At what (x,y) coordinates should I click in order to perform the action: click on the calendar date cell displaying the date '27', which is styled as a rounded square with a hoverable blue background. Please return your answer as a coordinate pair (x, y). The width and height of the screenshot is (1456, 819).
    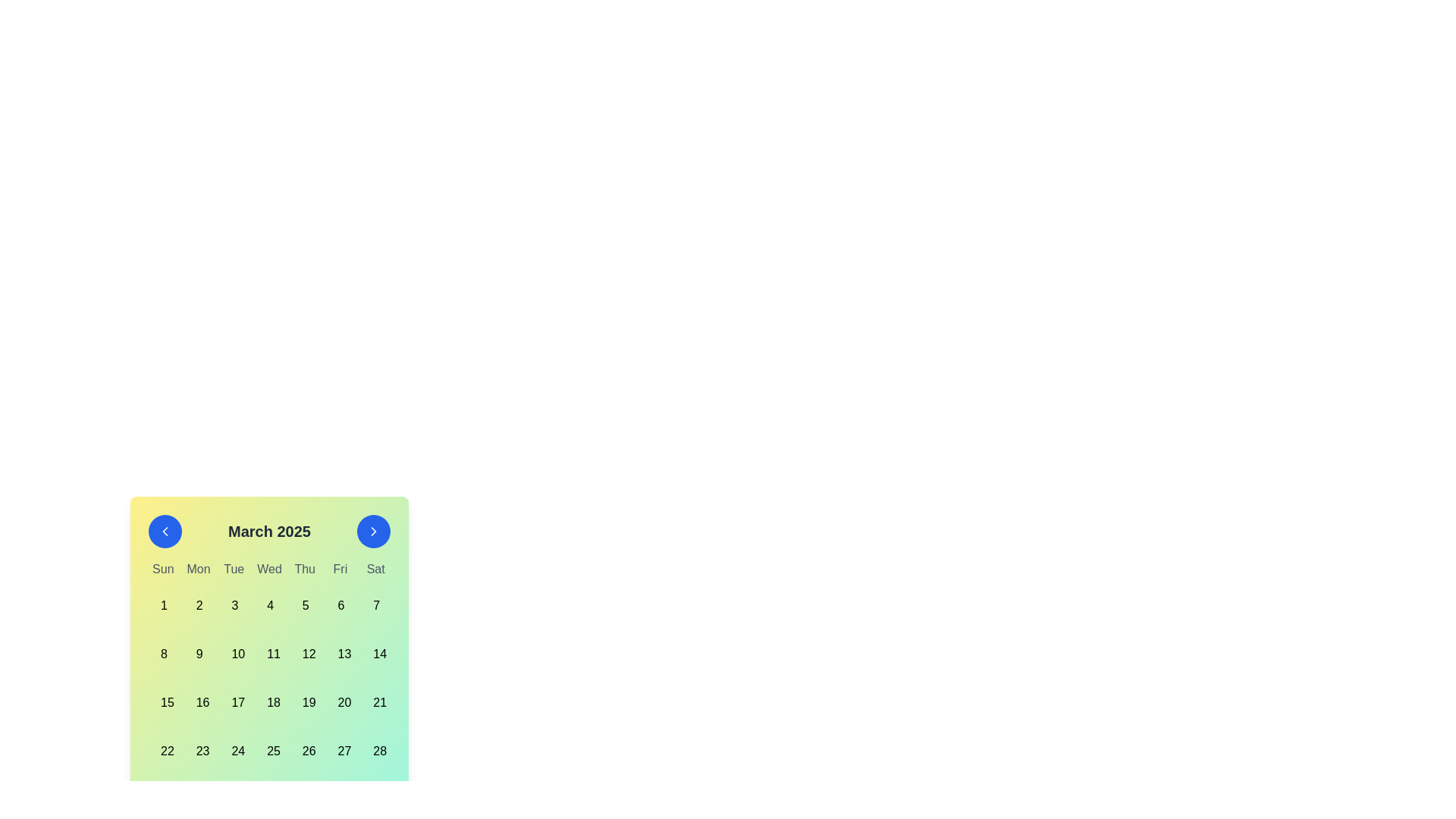
    Looking at the image, I should click on (339, 752).